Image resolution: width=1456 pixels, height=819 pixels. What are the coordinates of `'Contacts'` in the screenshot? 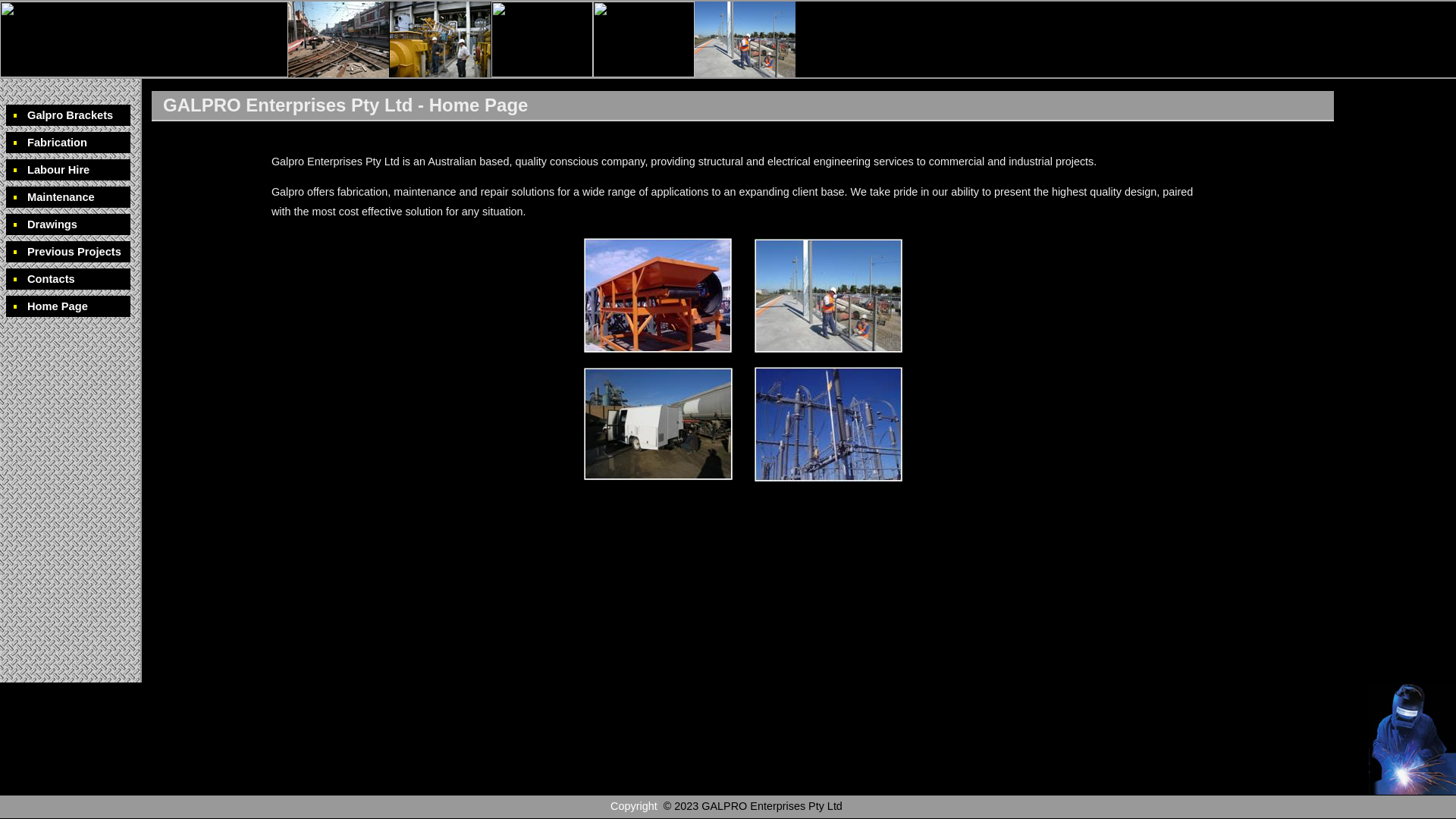 It's located at (6, 278).